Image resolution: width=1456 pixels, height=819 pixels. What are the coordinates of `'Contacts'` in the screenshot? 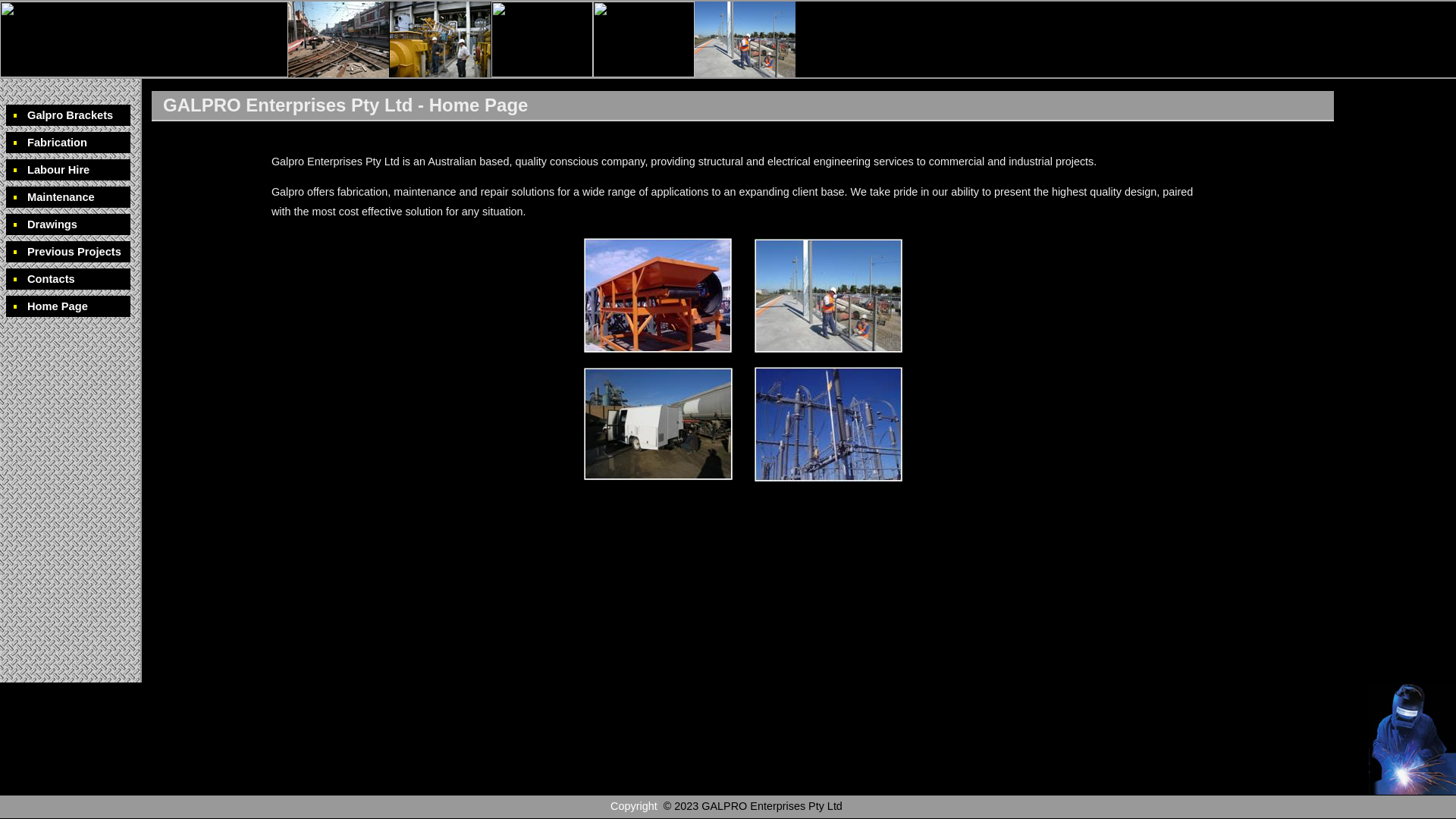 It's located at (6, 278).